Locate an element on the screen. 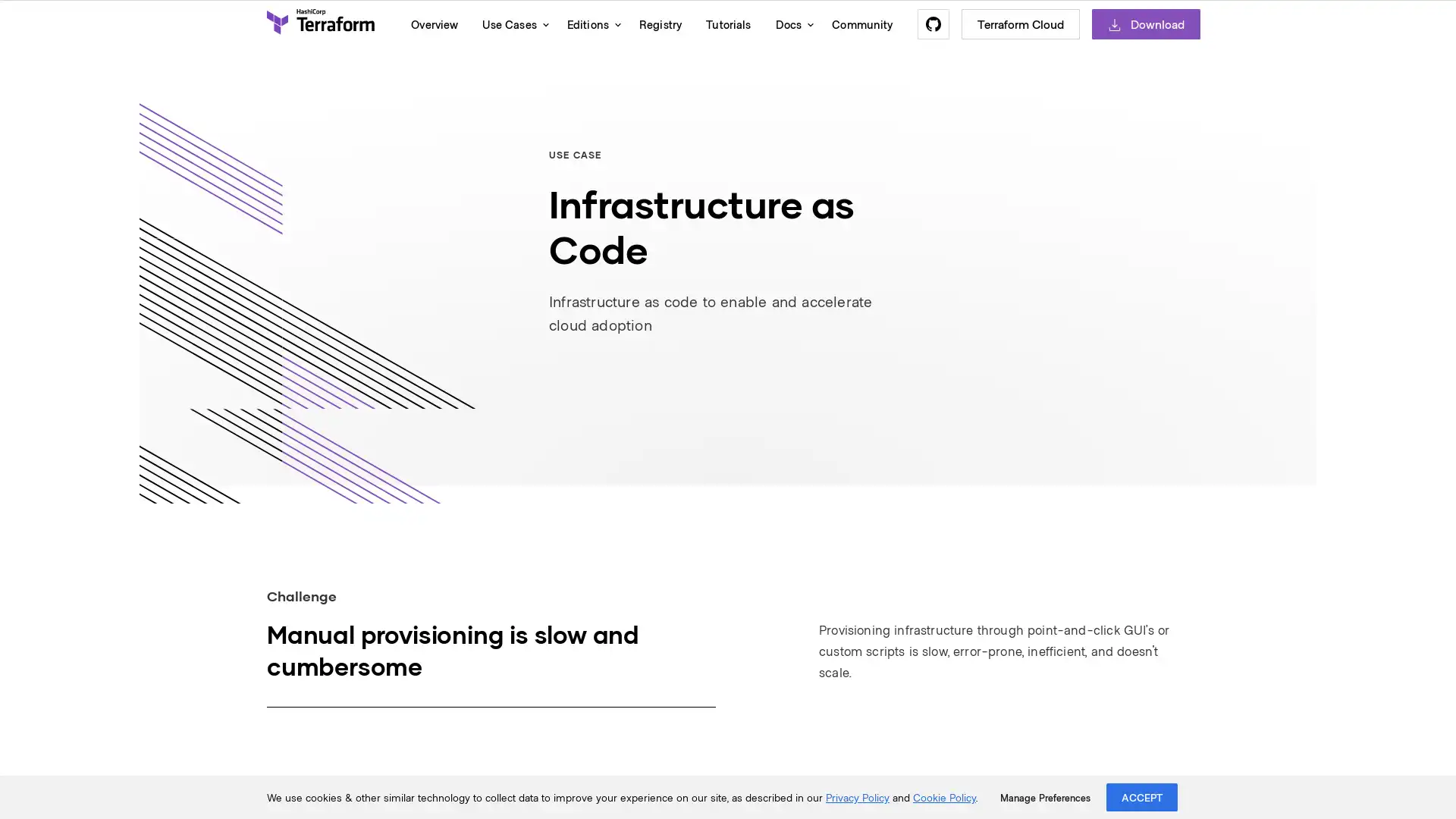  Manage Preferences is located at coordinates (1044, 797).